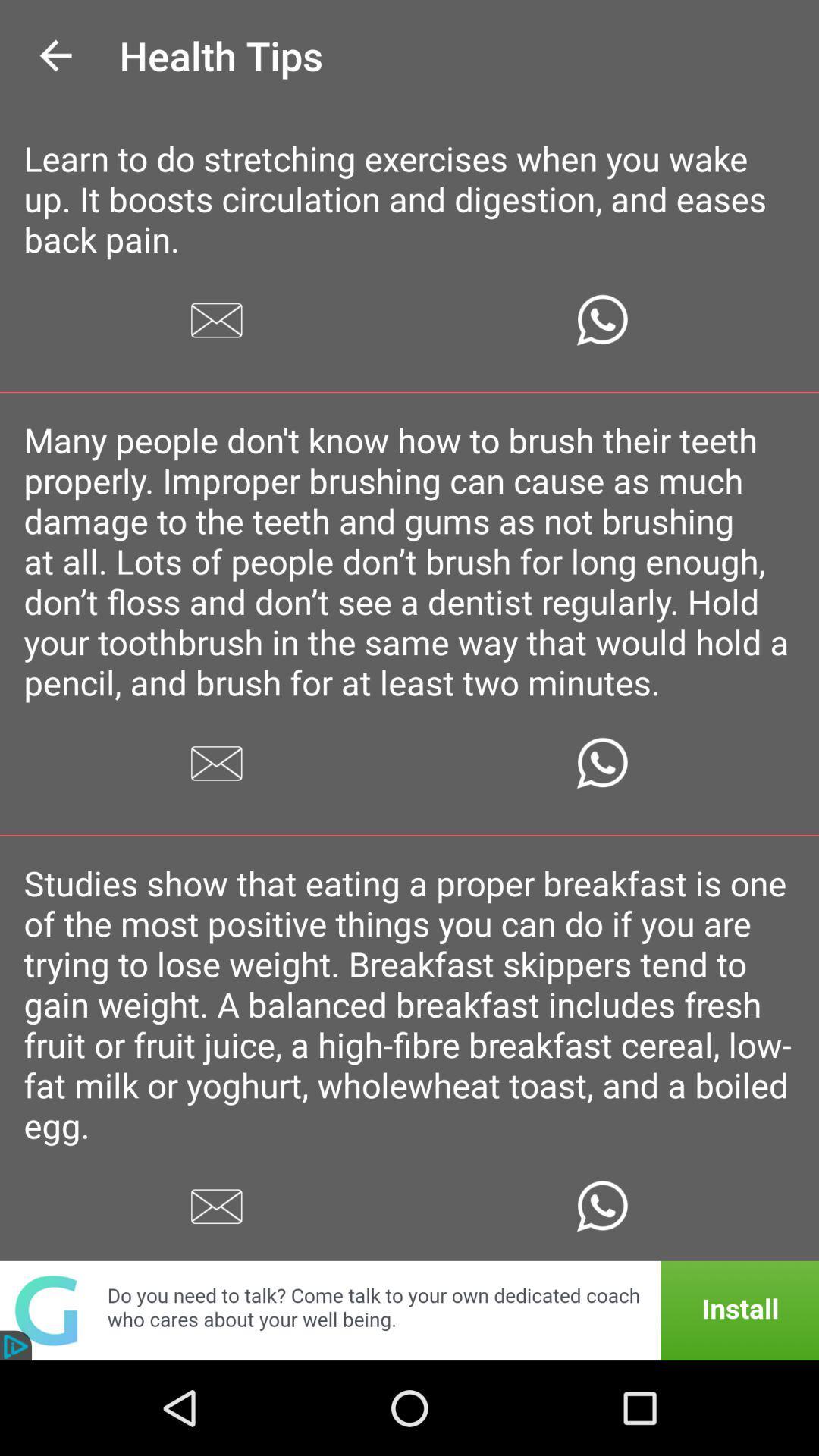 This screenshot has height=1456, width=819. What do you see at coordinates (409, 560) in the screenshot?
I see `the many people don icon` at bounding box center [409, 560].